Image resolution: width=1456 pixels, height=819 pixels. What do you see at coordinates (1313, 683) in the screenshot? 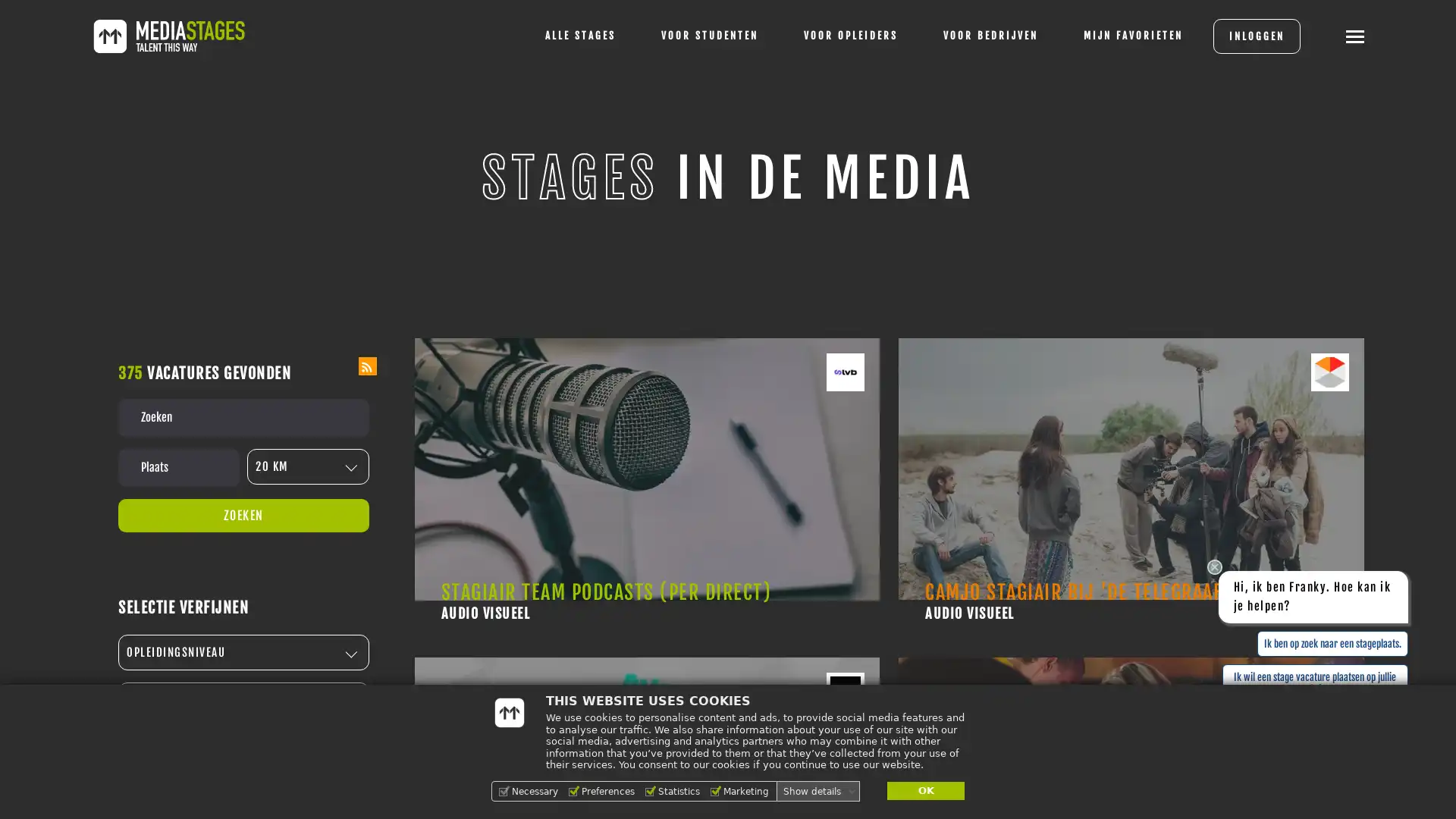
I see `Ik wil een stage vacature plaatsen op jullie website.` at bounding box center [1313, 683].